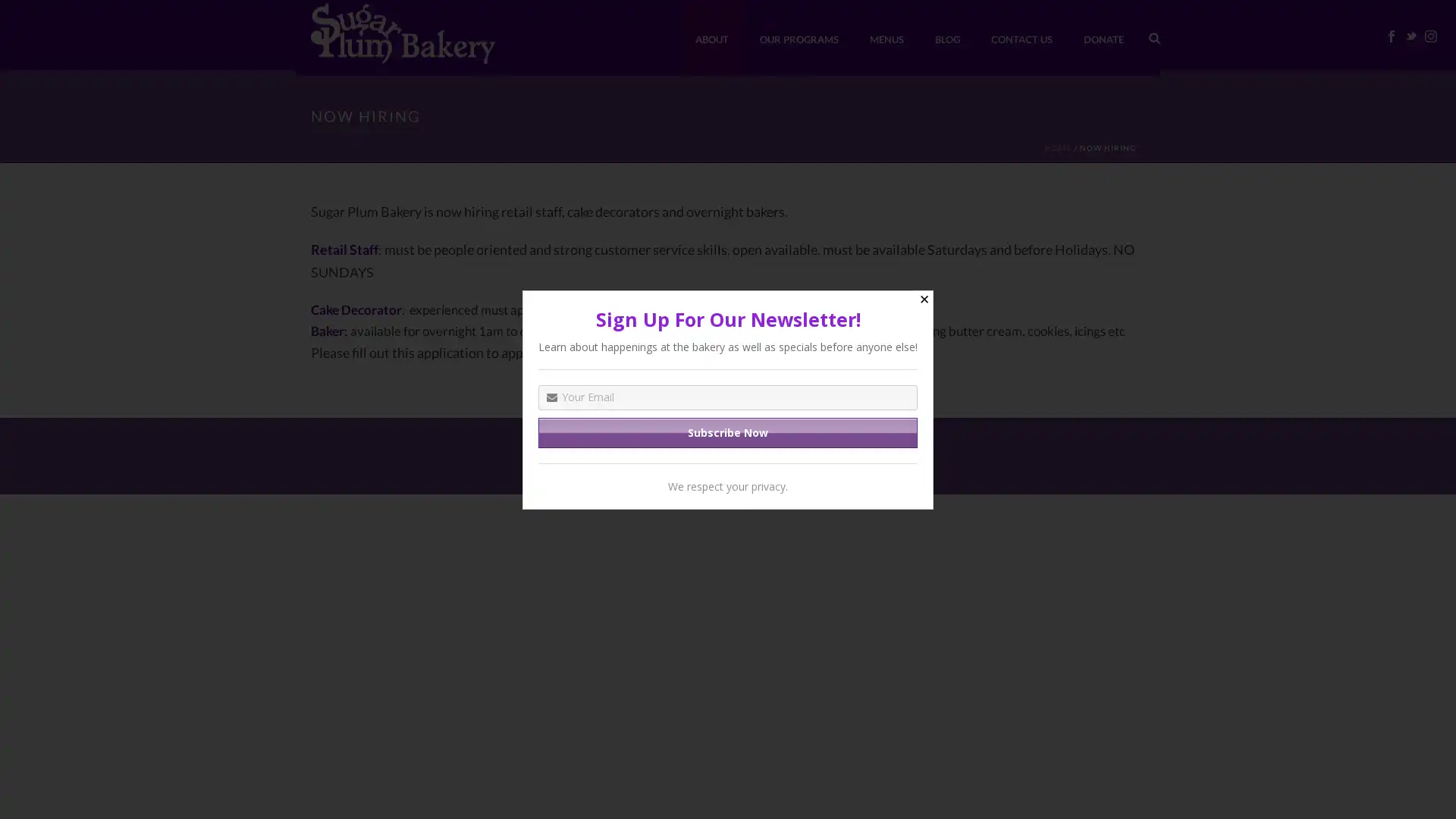 The height and width of the screenshot is (819, 1456). Describe the element at coordinates (923, 300) in the screenshot. I see `Close` at that location.